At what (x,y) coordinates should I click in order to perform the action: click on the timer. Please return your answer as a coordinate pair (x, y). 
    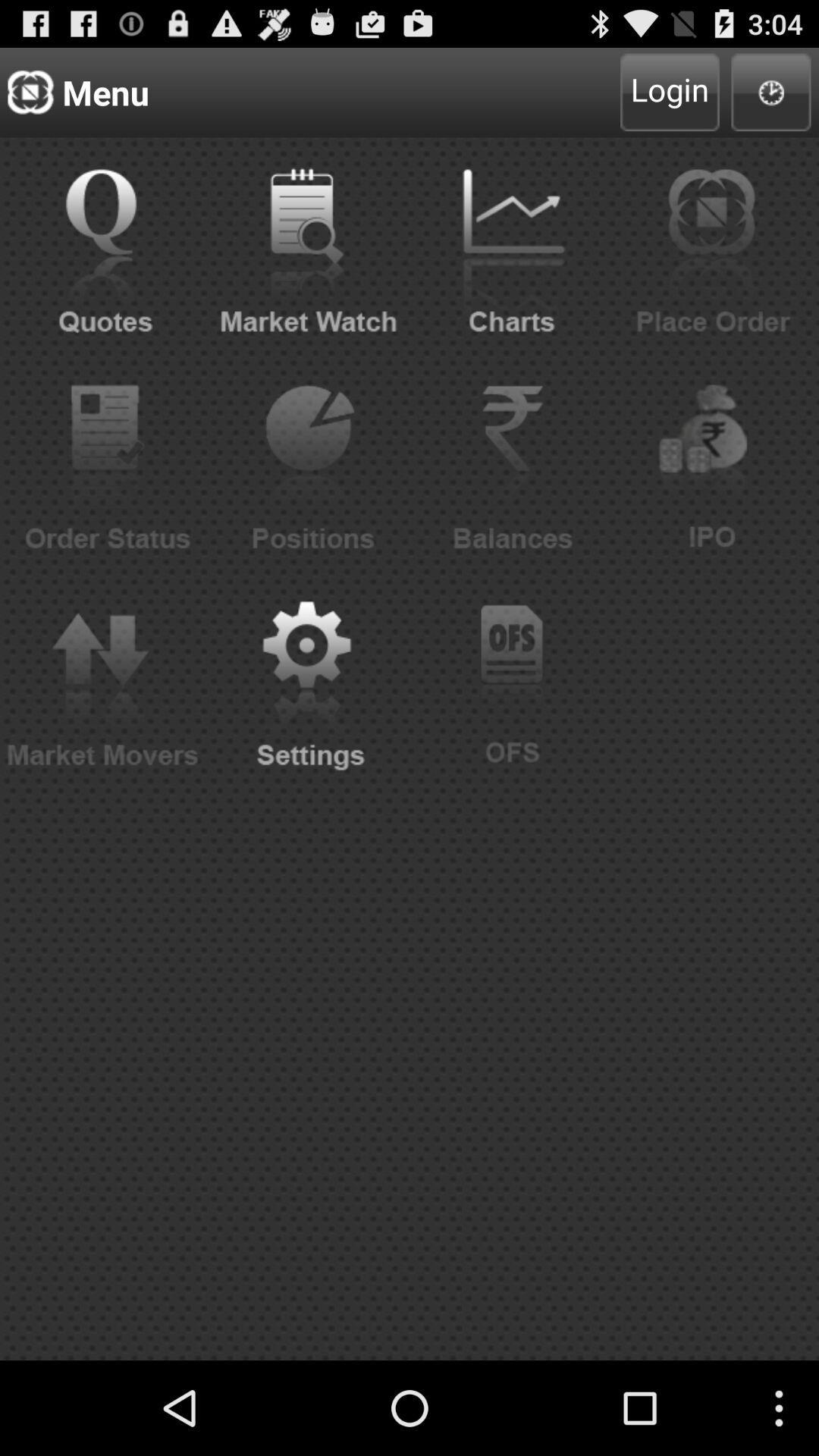
    Looking at the image, I should click on (771, 91).